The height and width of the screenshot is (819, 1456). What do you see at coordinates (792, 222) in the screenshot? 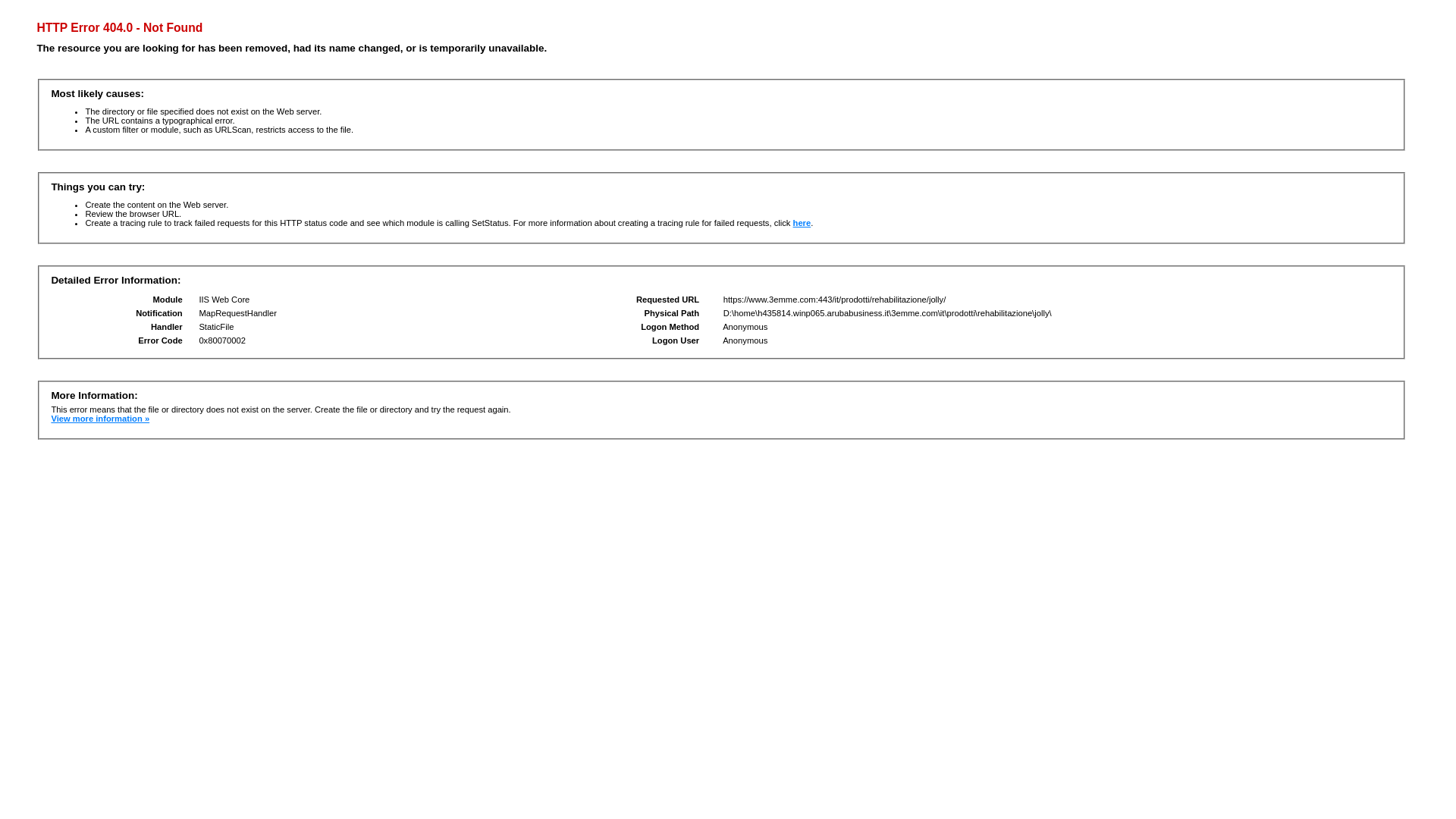
I see `'here'` at bounding box center [792, 222].